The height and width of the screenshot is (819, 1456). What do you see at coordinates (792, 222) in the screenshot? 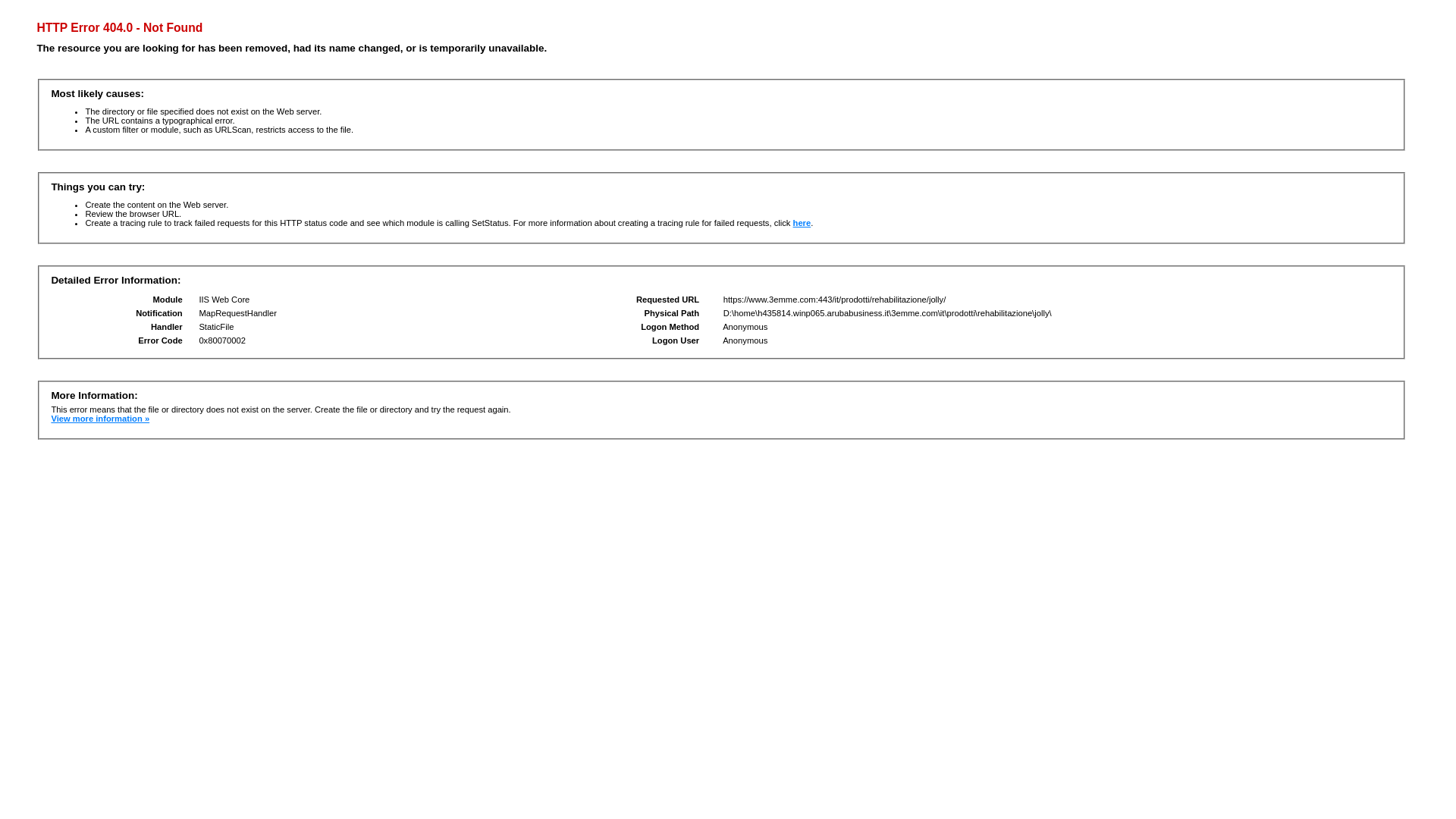
I see `'here'` at bounding box center [792, 222].